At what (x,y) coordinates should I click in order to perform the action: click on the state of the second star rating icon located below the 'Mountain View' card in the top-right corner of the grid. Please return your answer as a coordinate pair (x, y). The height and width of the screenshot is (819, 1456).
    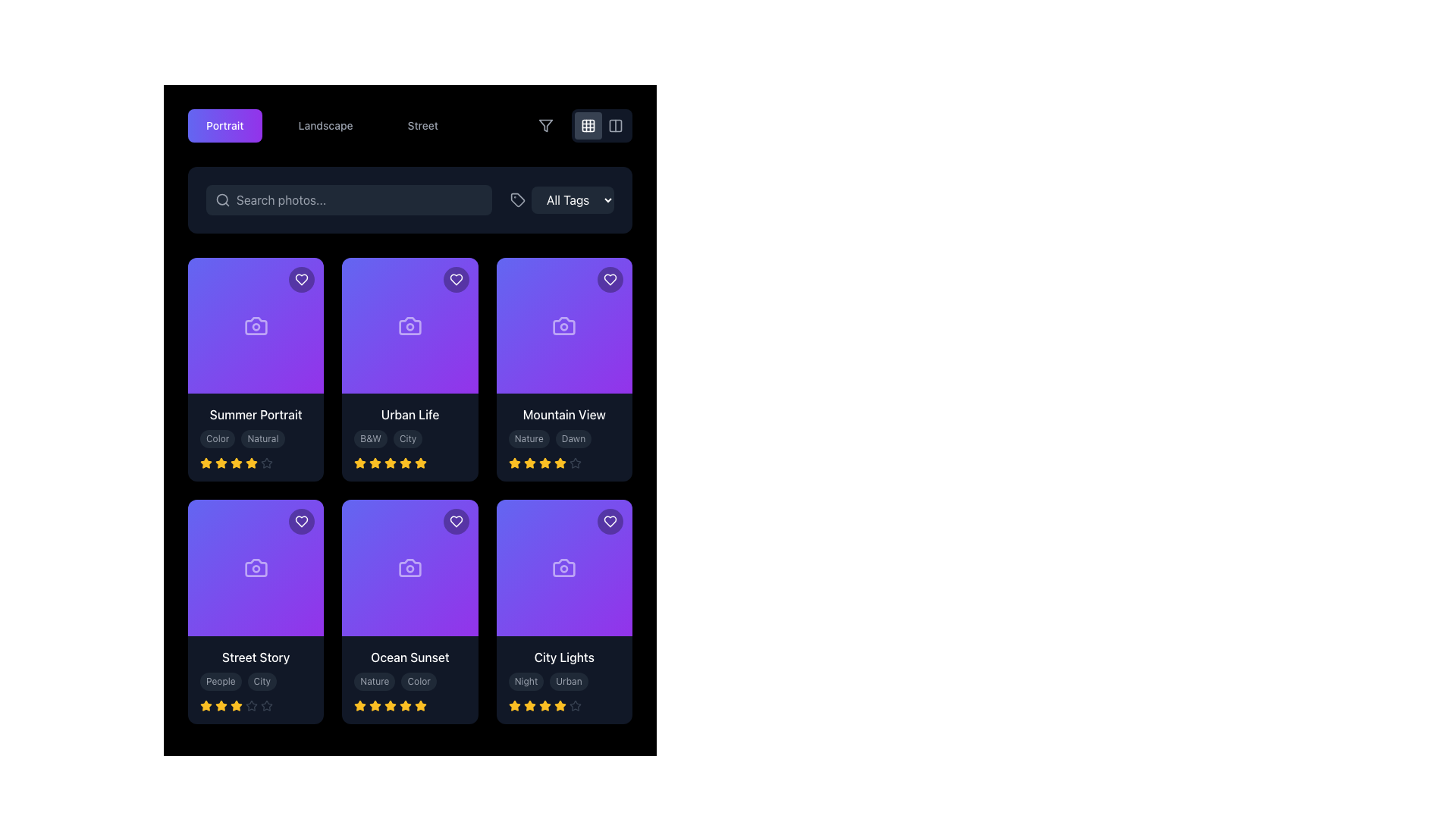
    Looking at the image, I should click on (529, 463).